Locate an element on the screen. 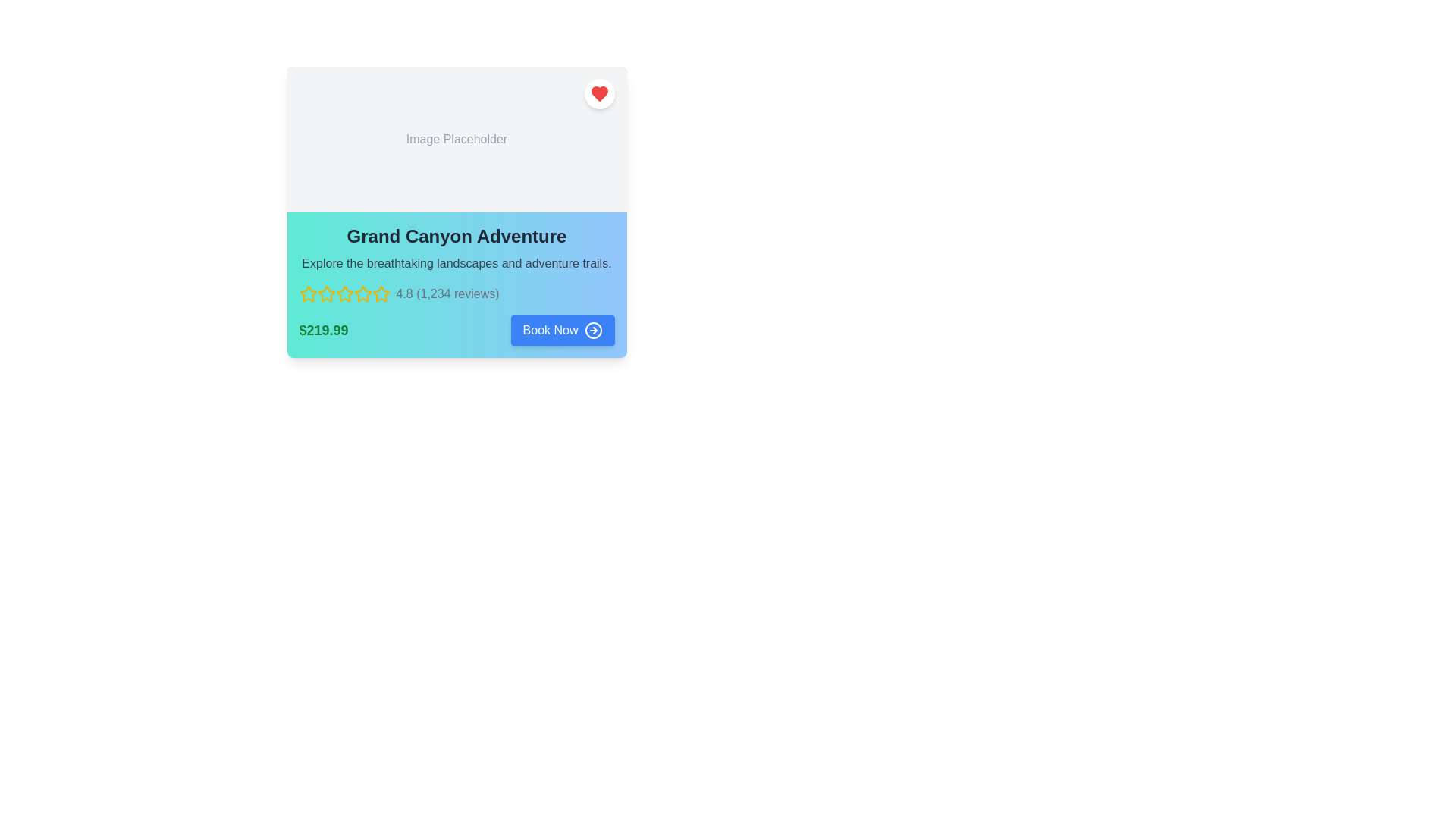  the sixth star icon indicating user ratings for the adventure, positioned as the last star on the right in the rating display is located at coordinates (362, 294).